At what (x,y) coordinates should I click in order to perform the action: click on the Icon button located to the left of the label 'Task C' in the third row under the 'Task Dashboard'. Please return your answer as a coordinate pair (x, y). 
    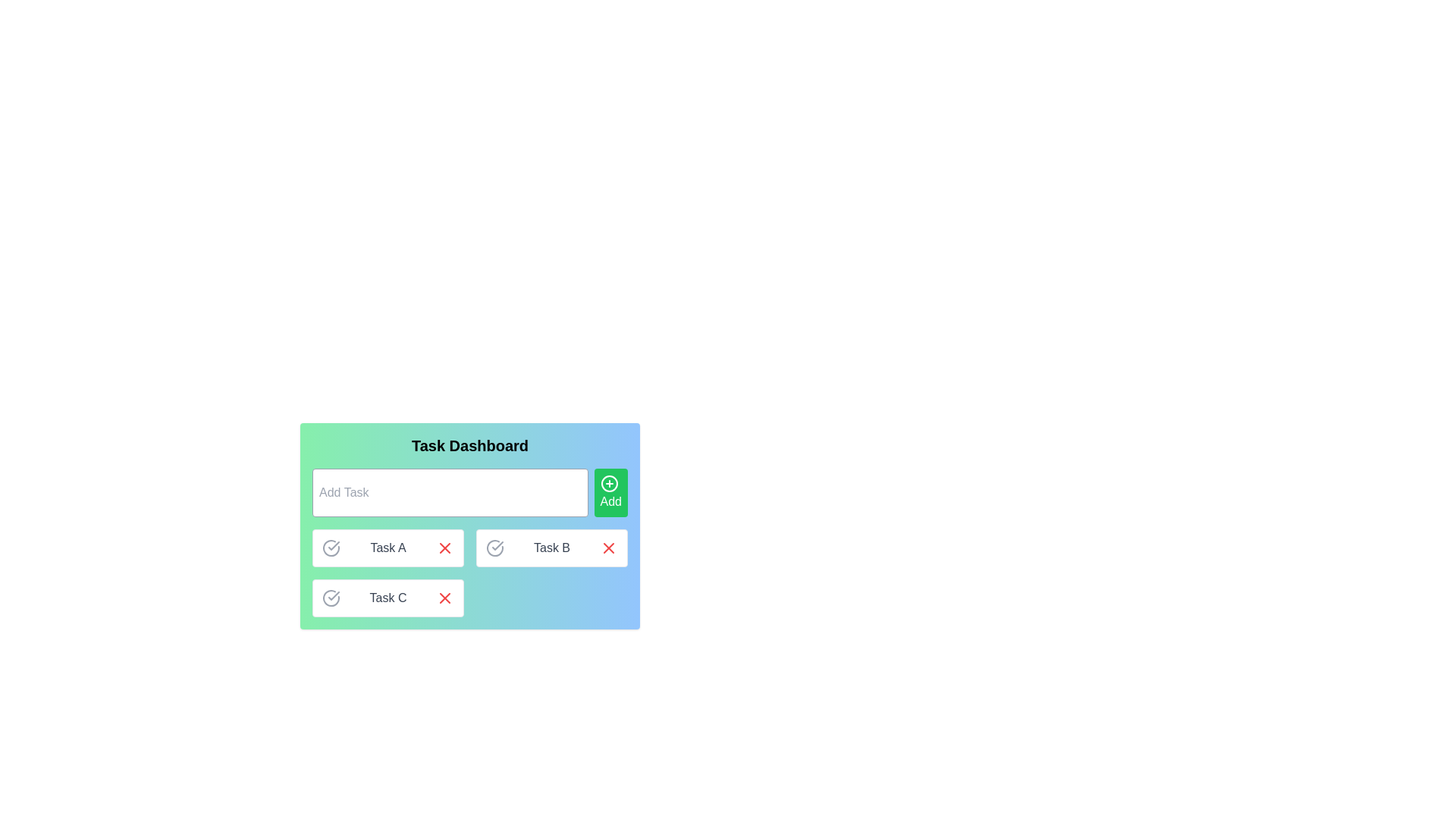
    Looking at the image, I should click on (330, 598).